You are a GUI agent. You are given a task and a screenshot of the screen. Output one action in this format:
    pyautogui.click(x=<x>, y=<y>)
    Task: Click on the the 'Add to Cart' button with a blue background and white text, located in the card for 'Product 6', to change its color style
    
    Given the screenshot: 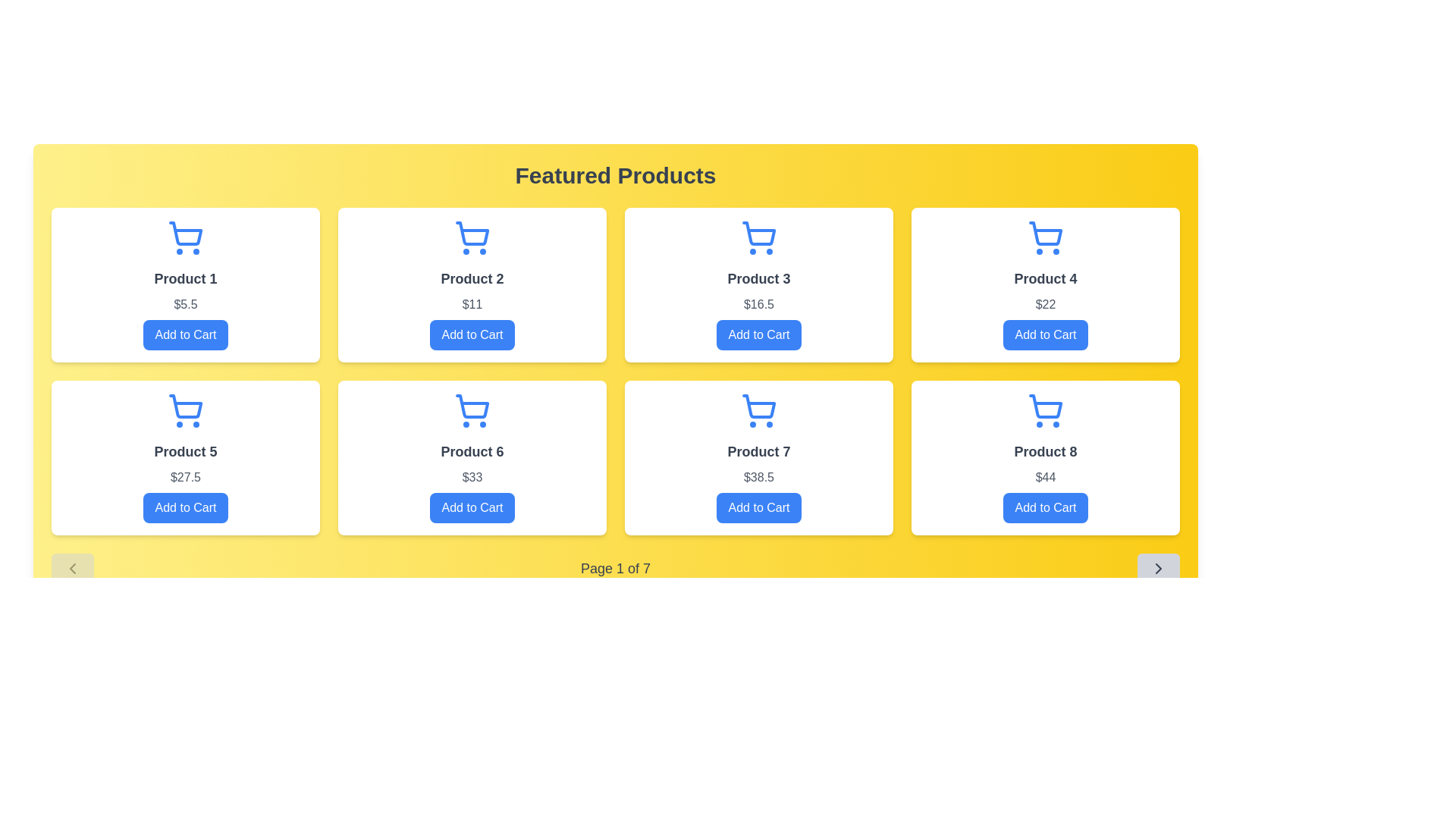 What is the action you would take?
    pyautogui.click(x=472, y=508)
    